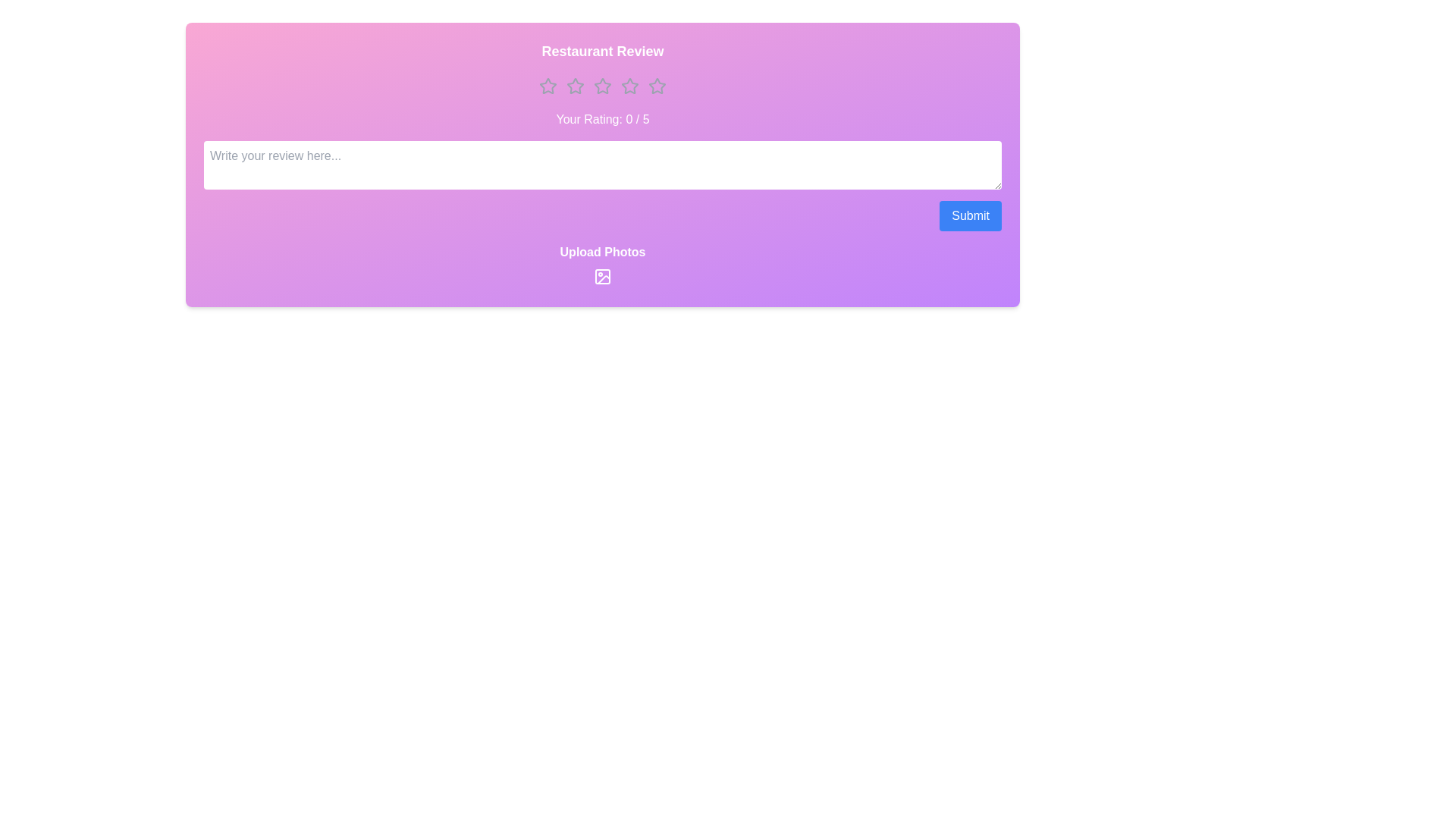 The height and width of the screenshot is (819, 1456). What do you see at coordinates (629, 86) in the screenshot?
I see `the rating to 4 stars by clicking on the respective star` at bounding box center [629, 86].